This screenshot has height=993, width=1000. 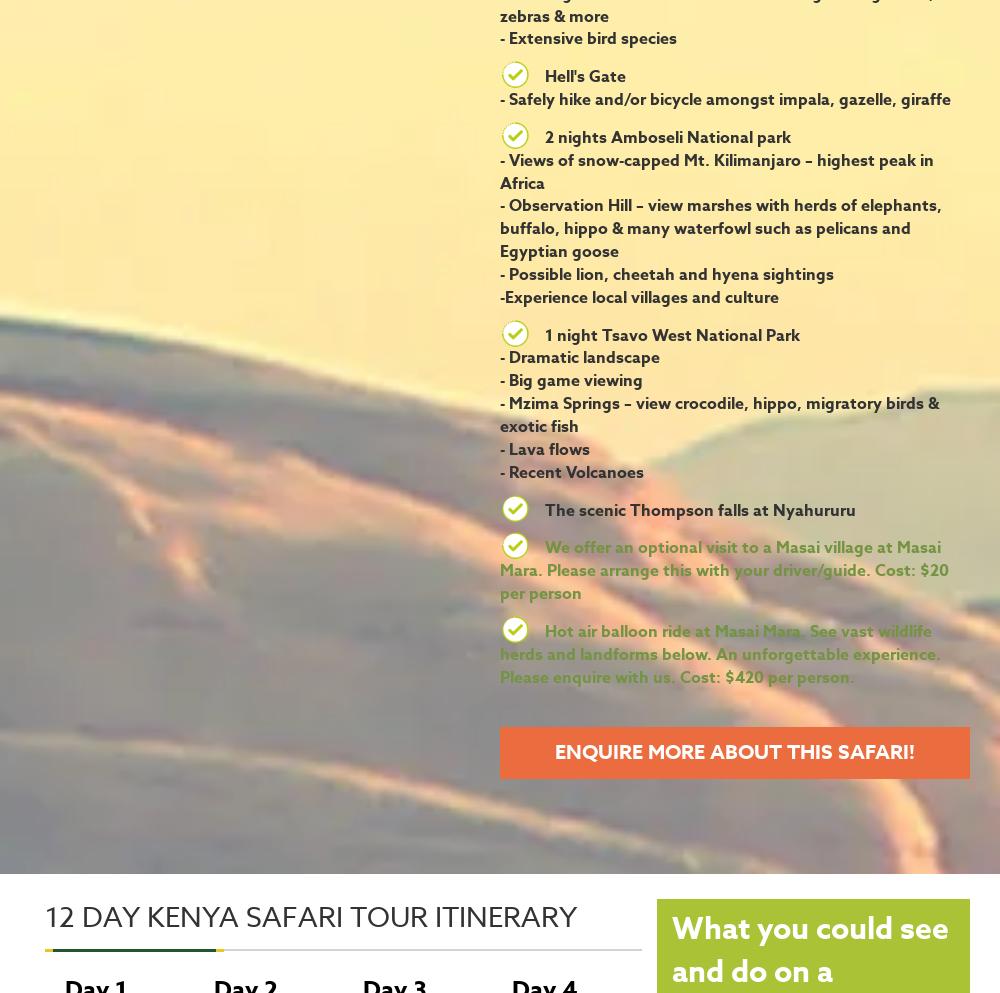 What do you see at coordinates (579, 357) in the screenshot?
I see `'- Dramatic landscape'` at bounding box center [579, 357].